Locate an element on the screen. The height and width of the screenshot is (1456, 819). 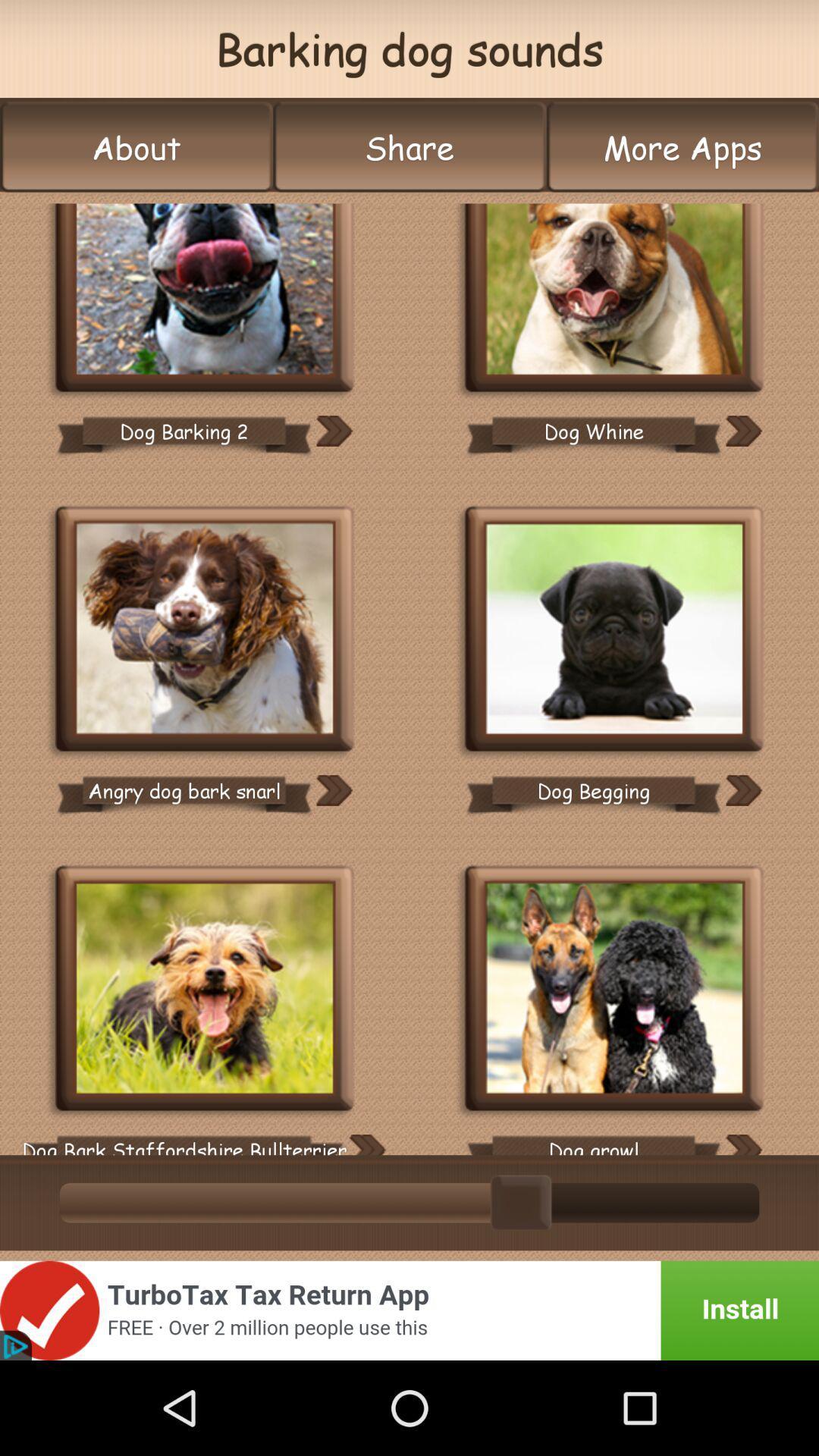
the next is located at coordinates (742, 430).